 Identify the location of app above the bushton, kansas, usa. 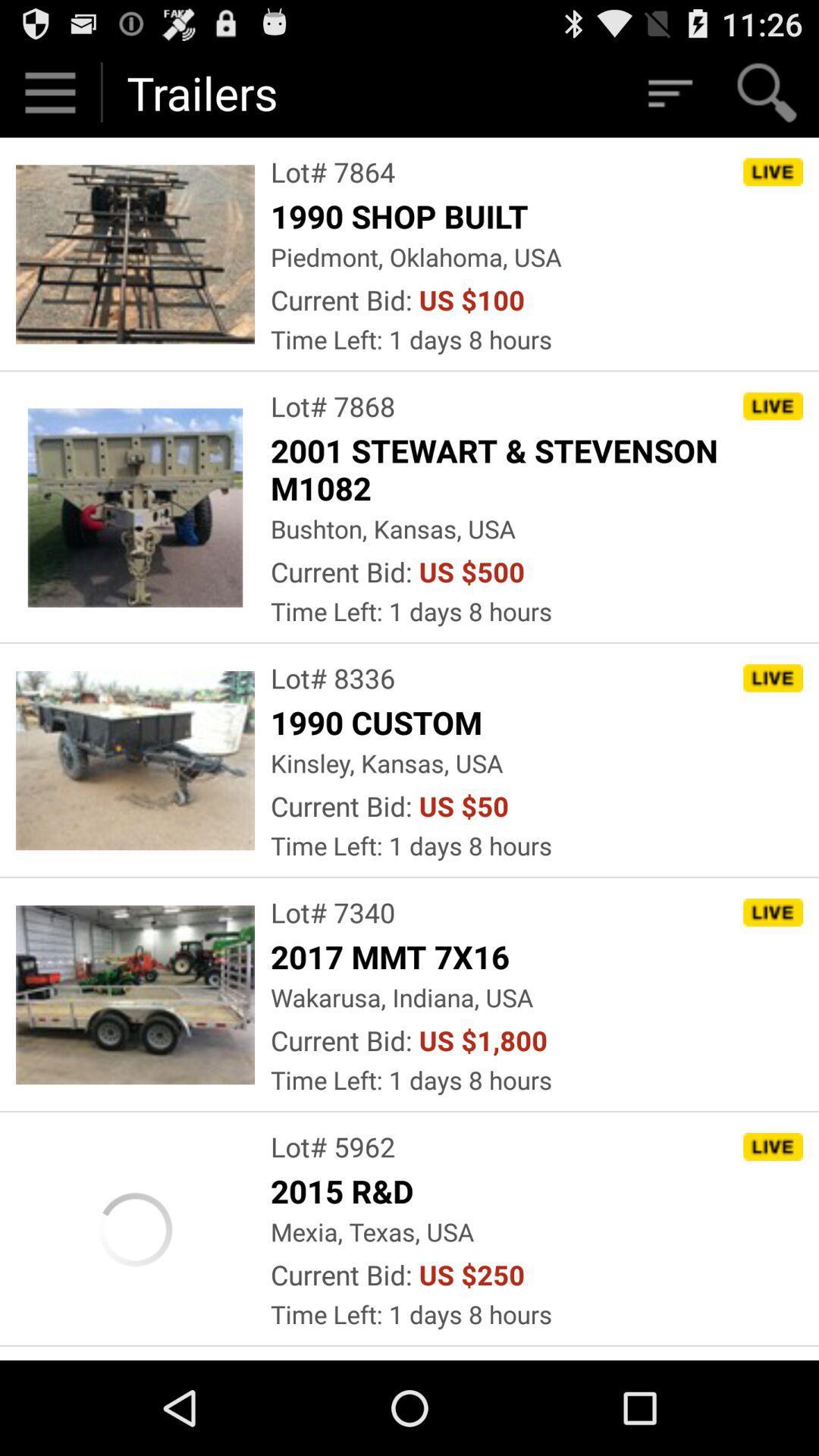
(536, 468).